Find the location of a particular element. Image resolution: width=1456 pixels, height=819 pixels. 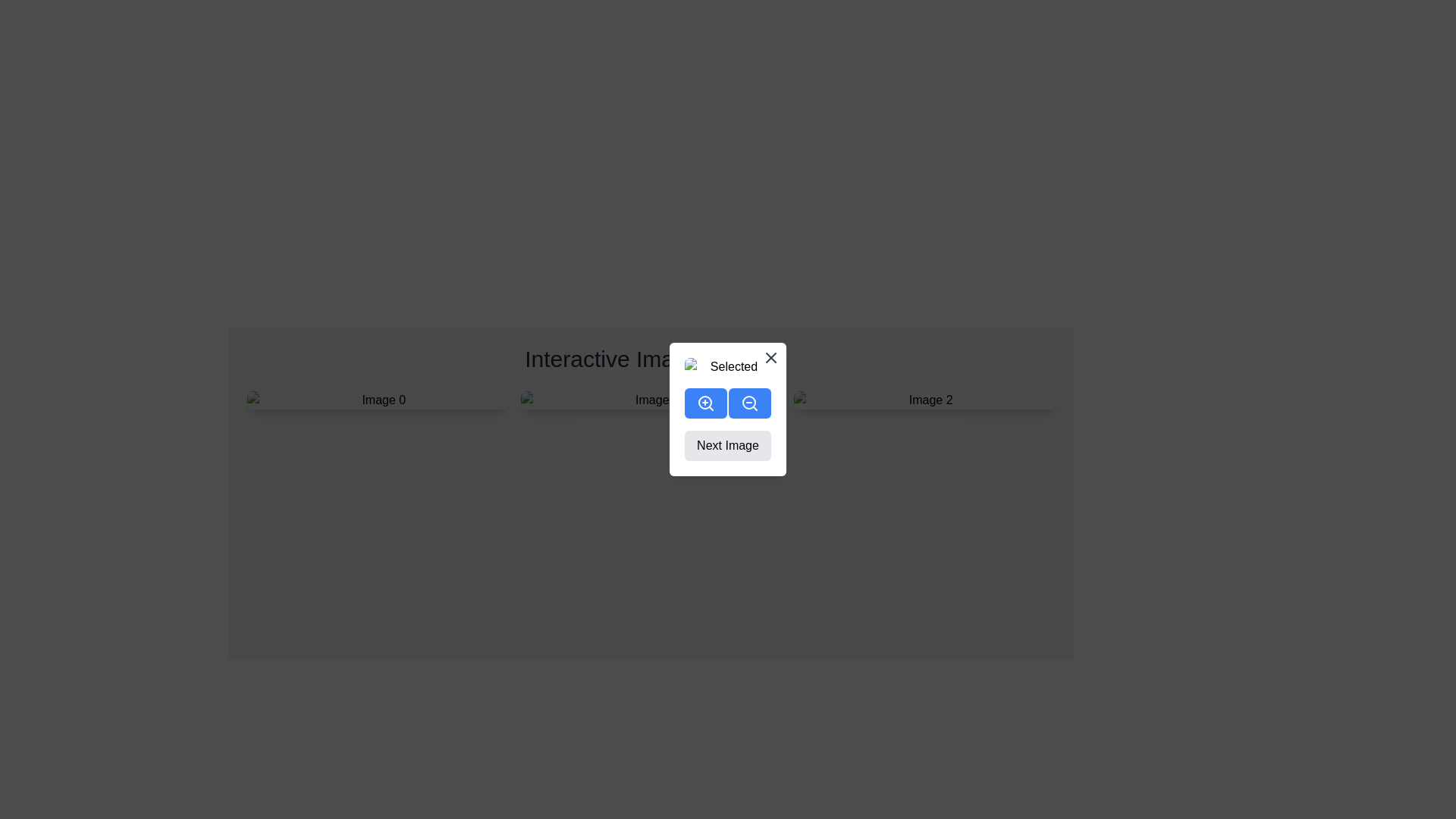

the magnifying glass icon with a '+' symbol is located at coordinates (705, 403).